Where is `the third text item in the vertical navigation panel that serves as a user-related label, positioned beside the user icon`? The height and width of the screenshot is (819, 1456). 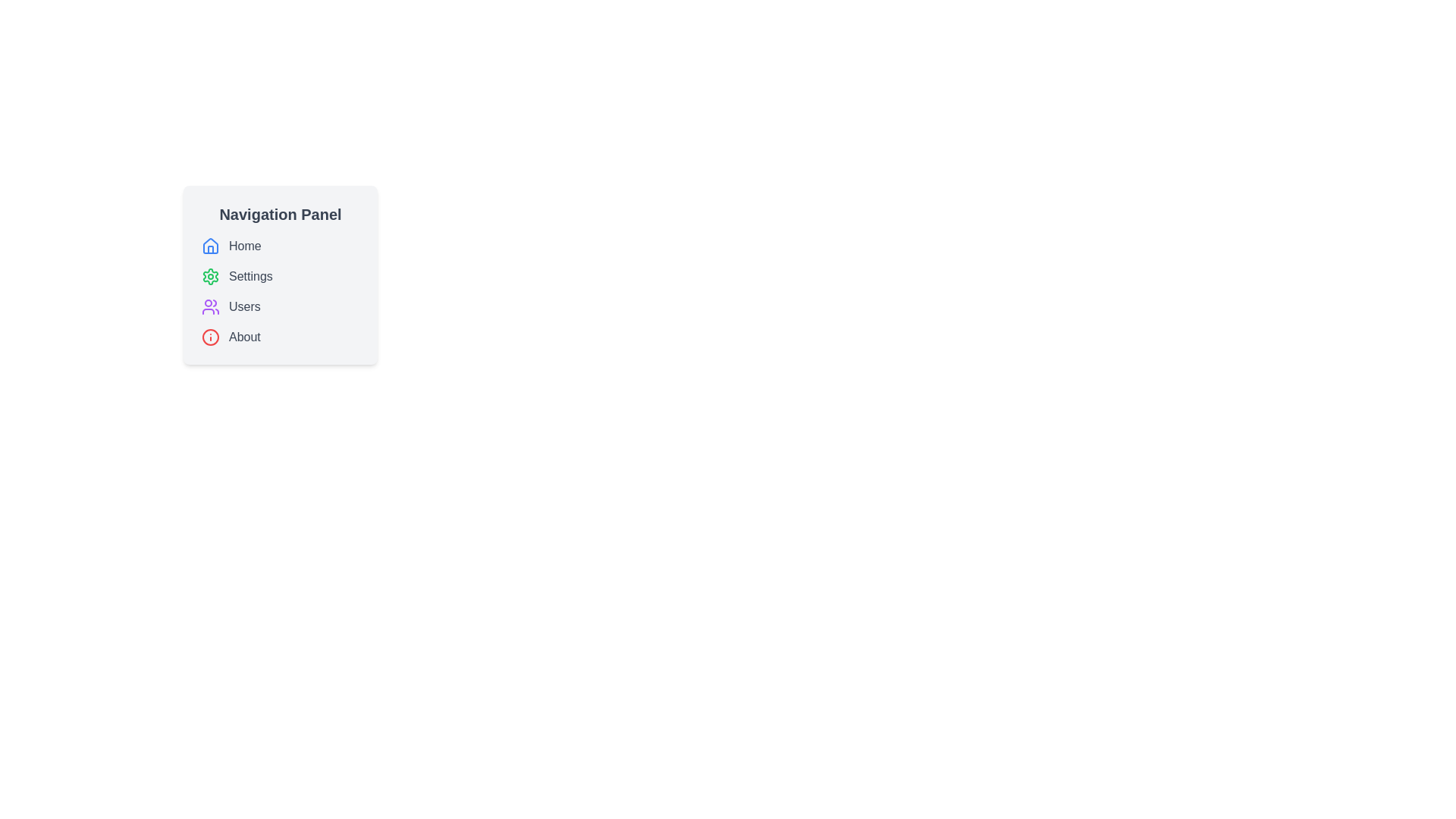 the third text item in the vertical navigation panel that serves as a user-related label, positioned beside the user icon is located at coordinates (244, 307).